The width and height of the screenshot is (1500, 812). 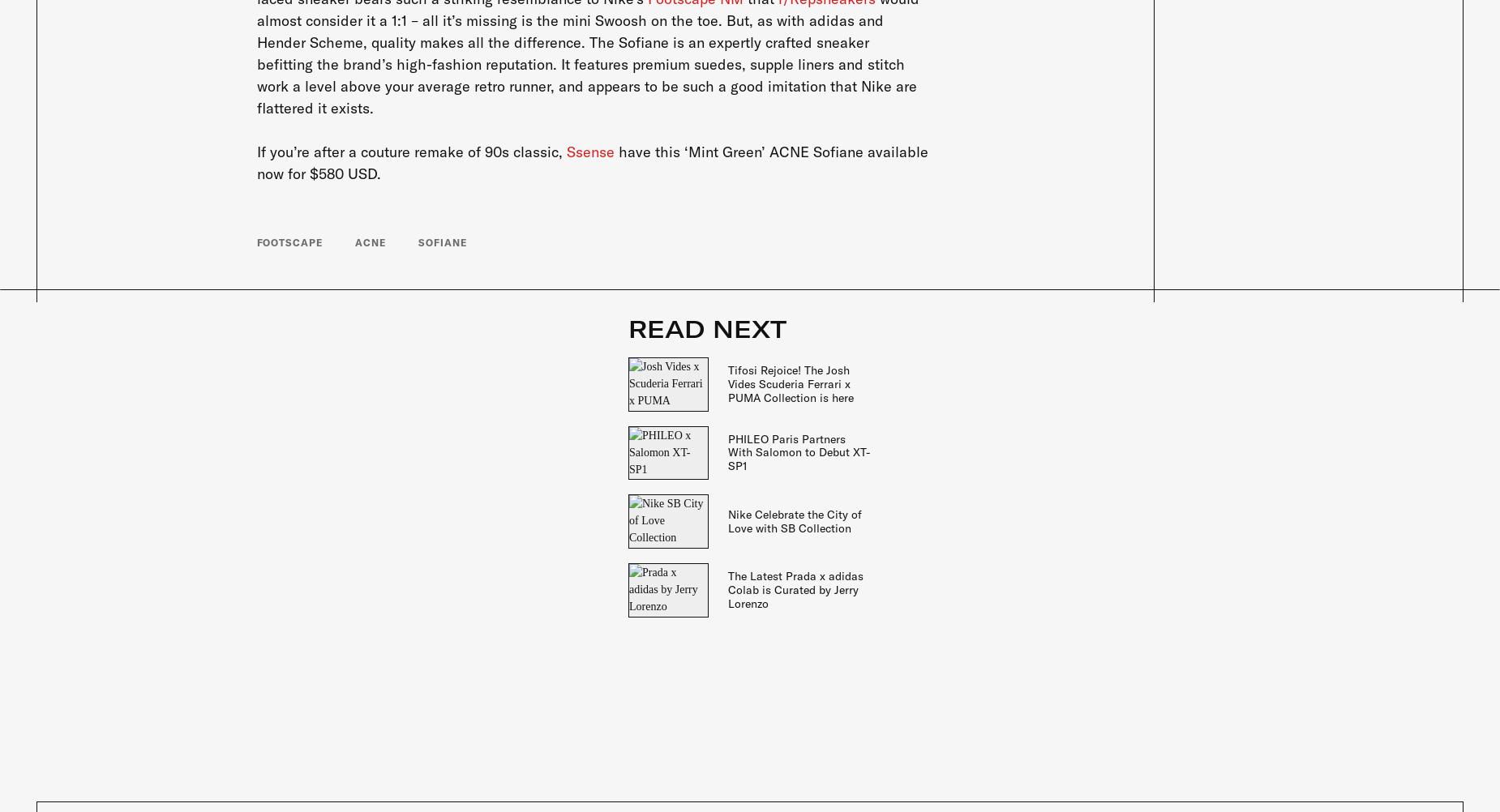 What do you see at coordinates (795, 589) in the screenshot?
I see `'The Latest Prada x adidas Colab is Curated by Jerry Lorenzo'` at bounding box center [795, 589].